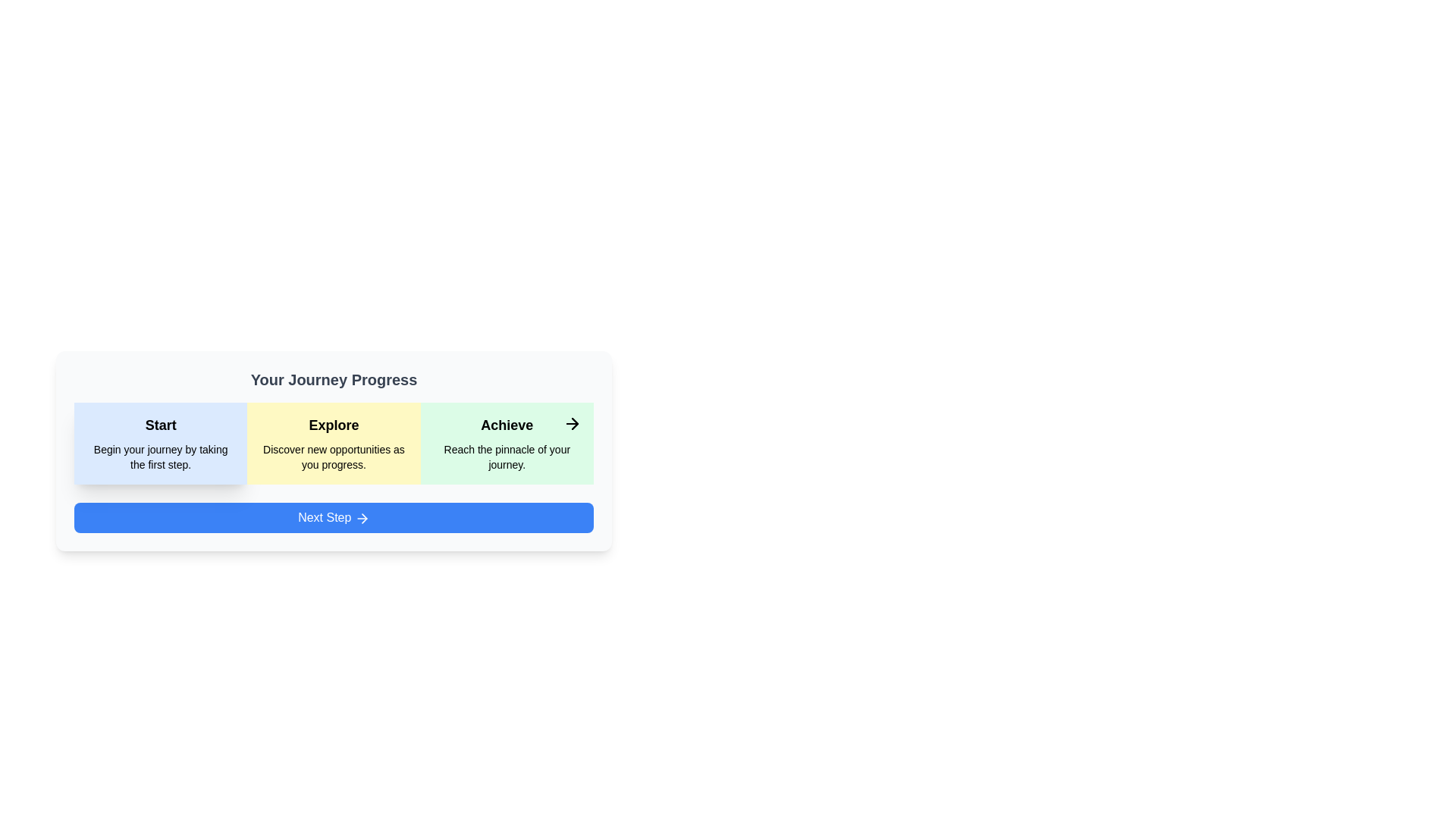 This screenshot has width=1456, height=819. Describe the element at coordinates (507, 456) in the screenshot. I see `the text label that conveys the motivational message 'Reach the pinnacle of your journey,' located in the third section titled 'Achieve' with a light green background` at that location.